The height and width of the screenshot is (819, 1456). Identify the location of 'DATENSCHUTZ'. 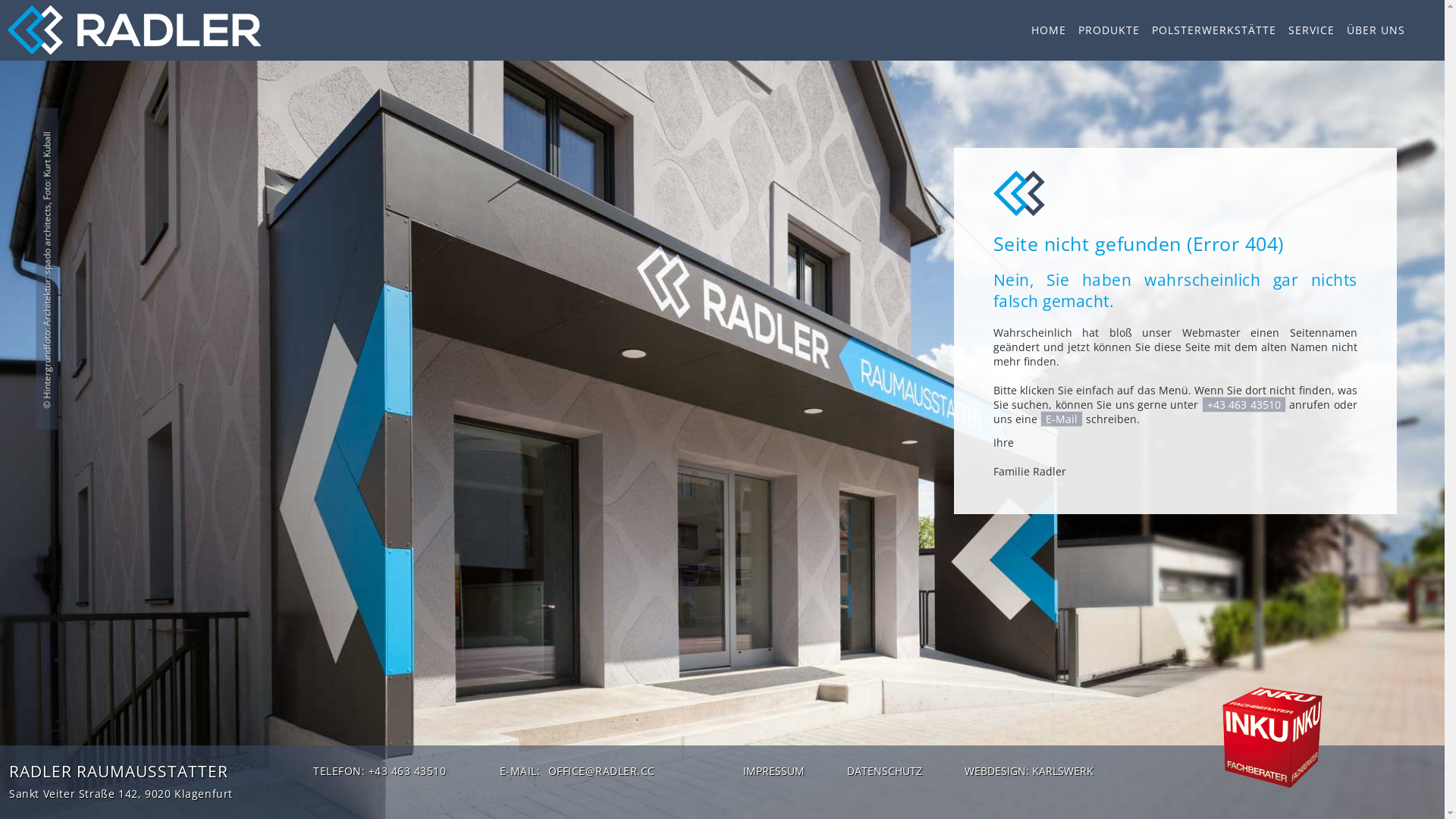
(840, 771).